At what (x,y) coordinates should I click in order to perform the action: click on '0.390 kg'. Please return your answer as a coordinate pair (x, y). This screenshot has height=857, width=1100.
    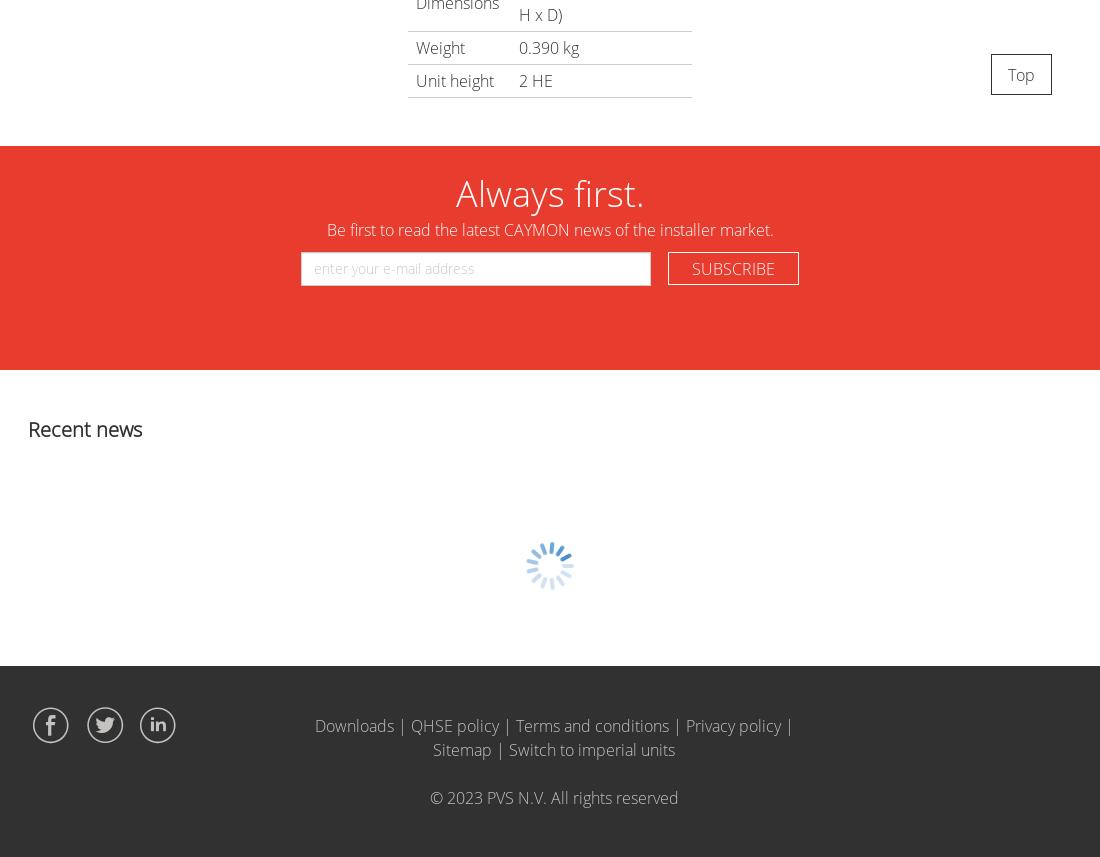
    Looking at the image, I should click on (517, 46).